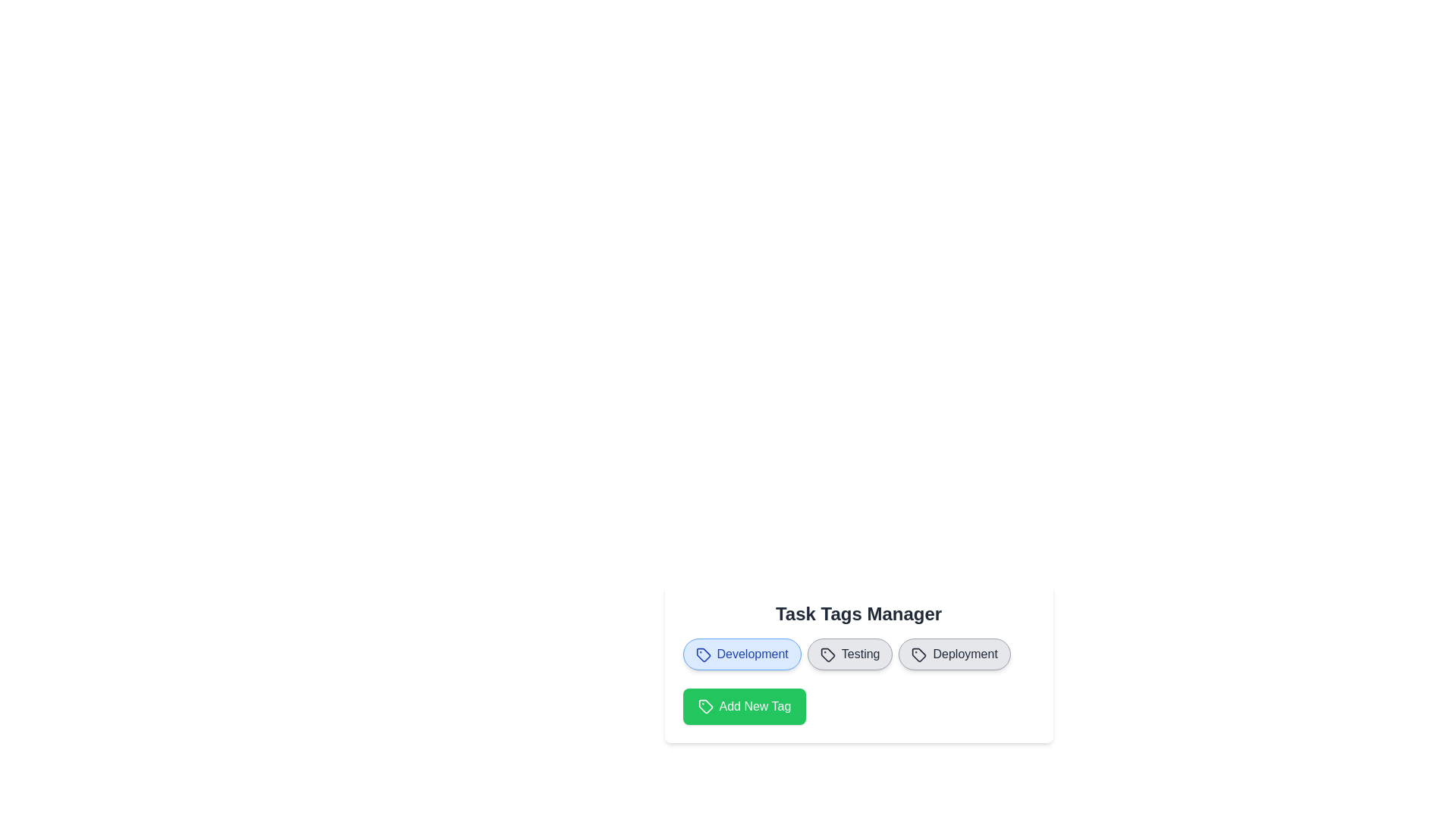 The width and height of the screenshot is (1456, 819). I want to click on the SVG icon located to the left of the 'Development' text within the 'Development' tag in the 'Task Tags Manager' section, so click(702, 654).